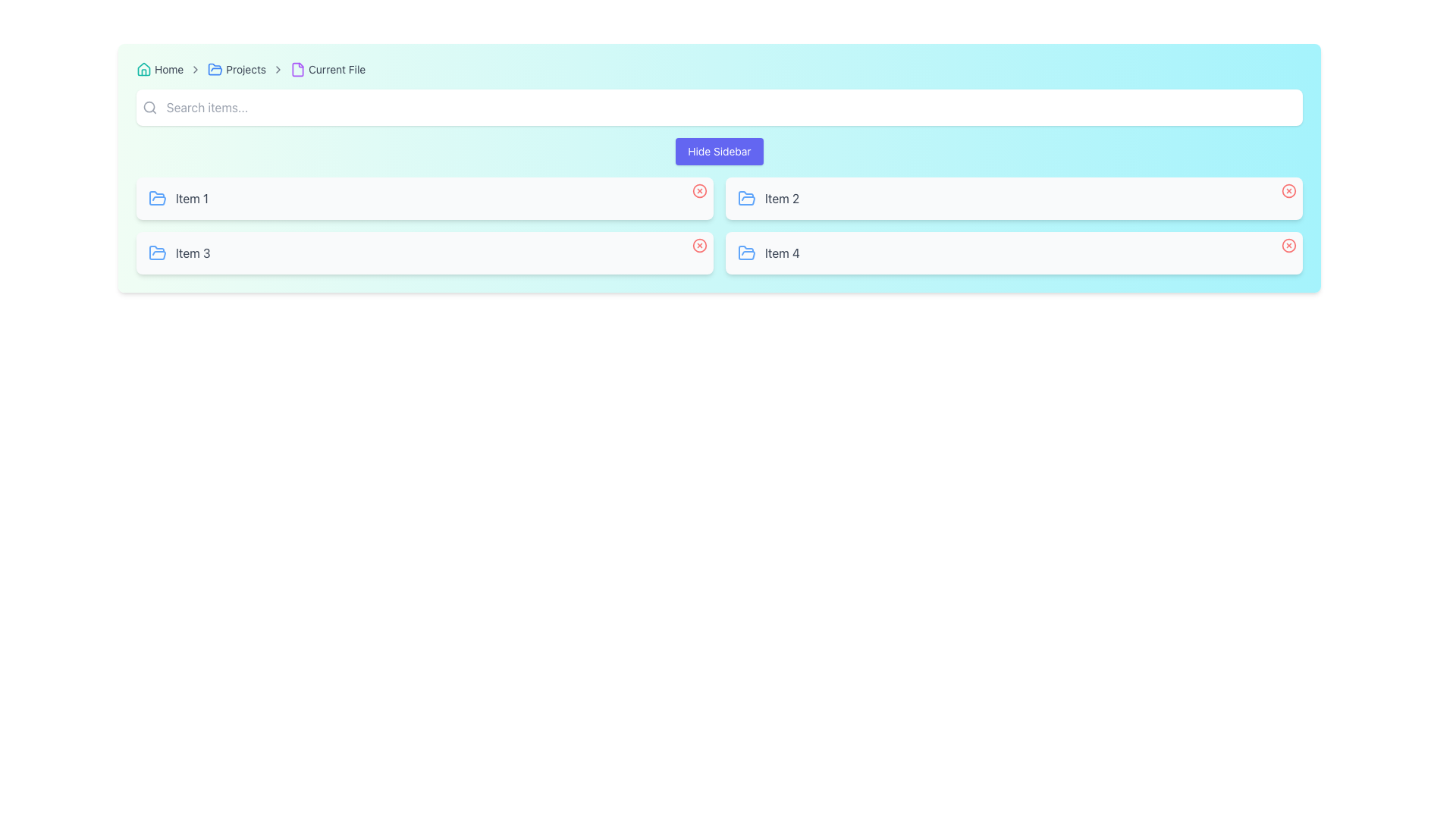 The height and width of the screenshot is (819, 1456). I want to click on the close button in the top-right corner of the box containing 'Item 4' to observe the hover effect, so click(1288, 245).